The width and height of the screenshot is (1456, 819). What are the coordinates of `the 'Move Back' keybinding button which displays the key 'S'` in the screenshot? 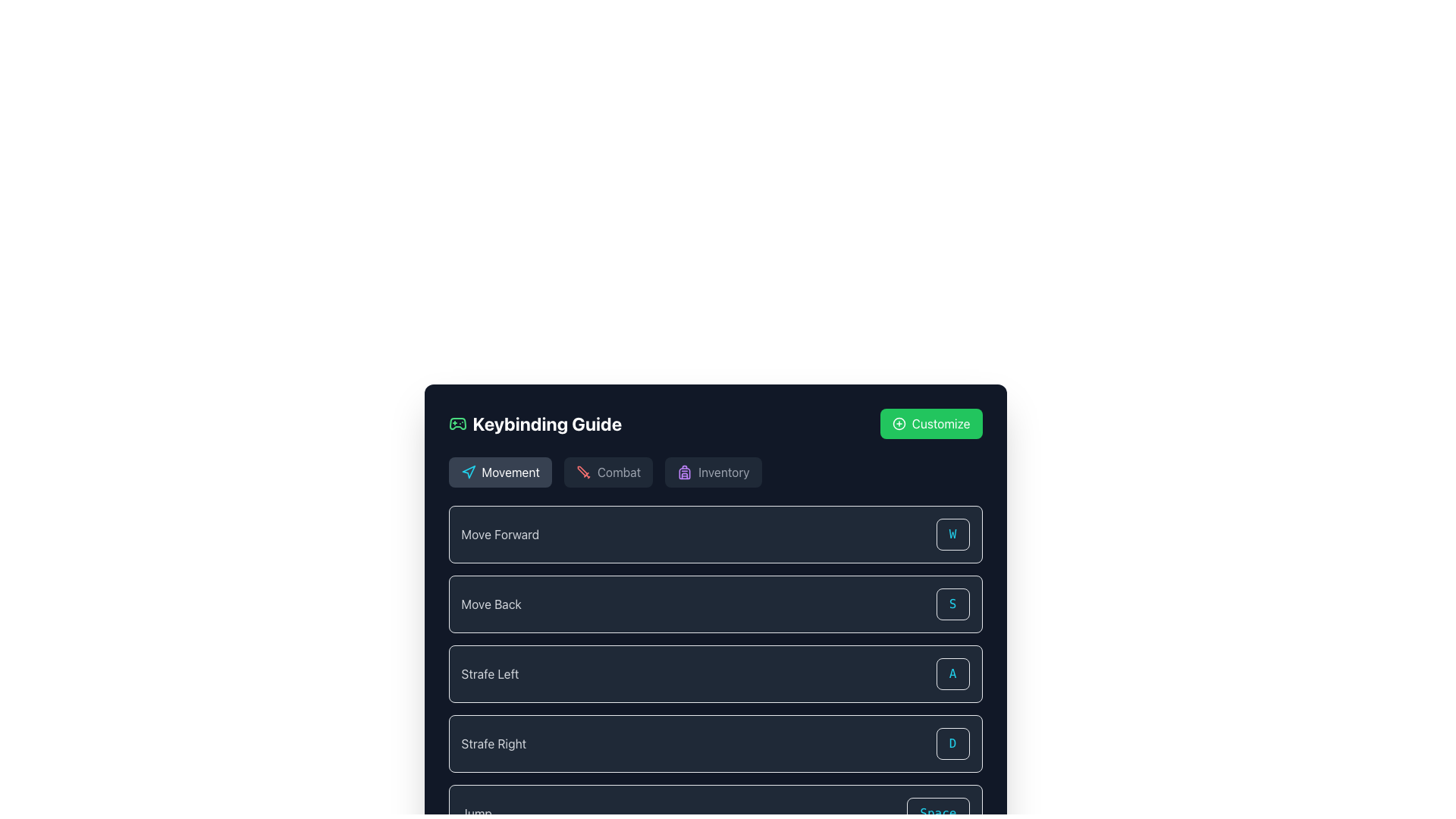 It's located at (952, 604).